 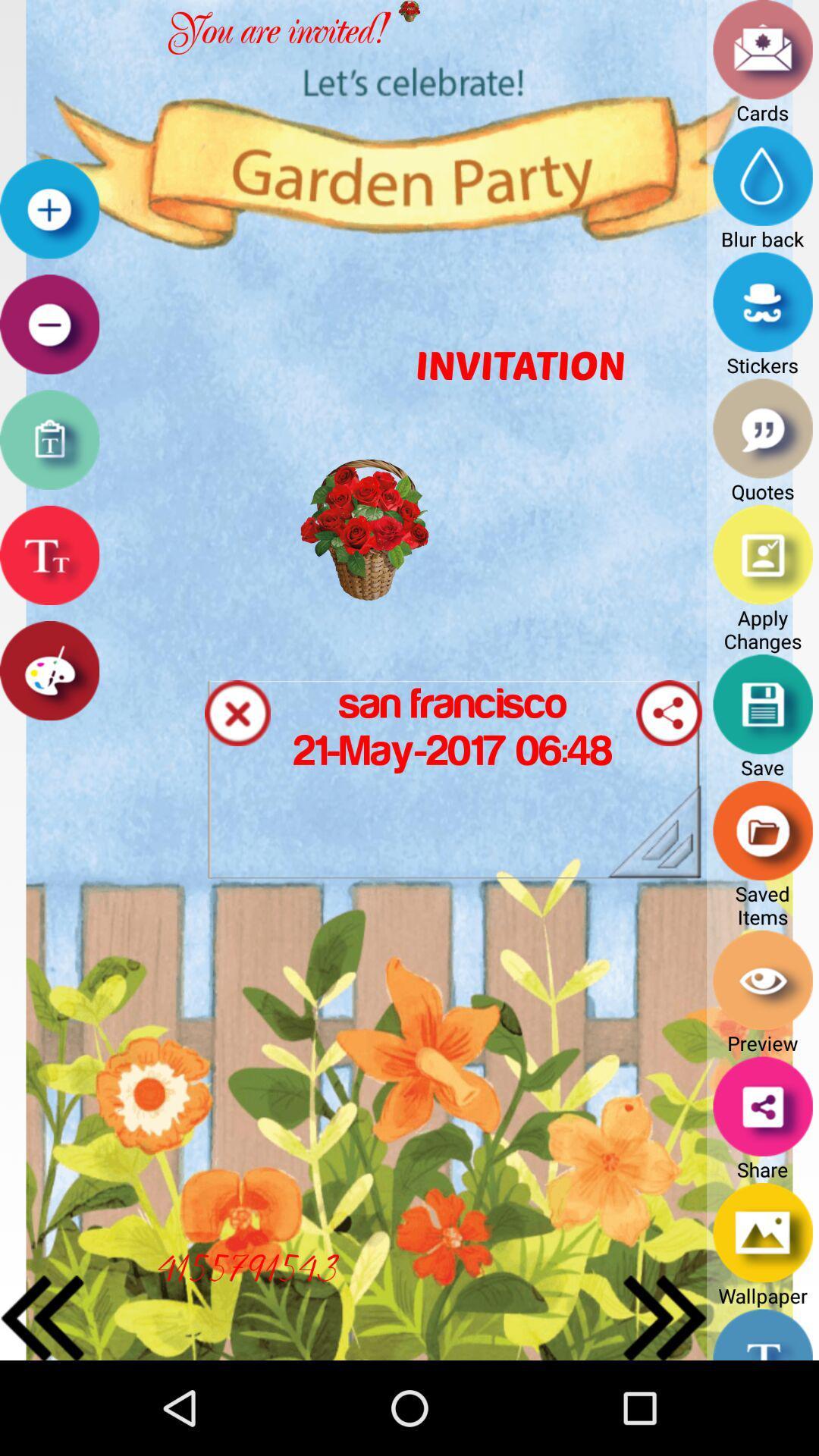 What do you see at coordinates (49, 593) in the screenshot?
I see `the font icon` at bounding box center [49, 593].